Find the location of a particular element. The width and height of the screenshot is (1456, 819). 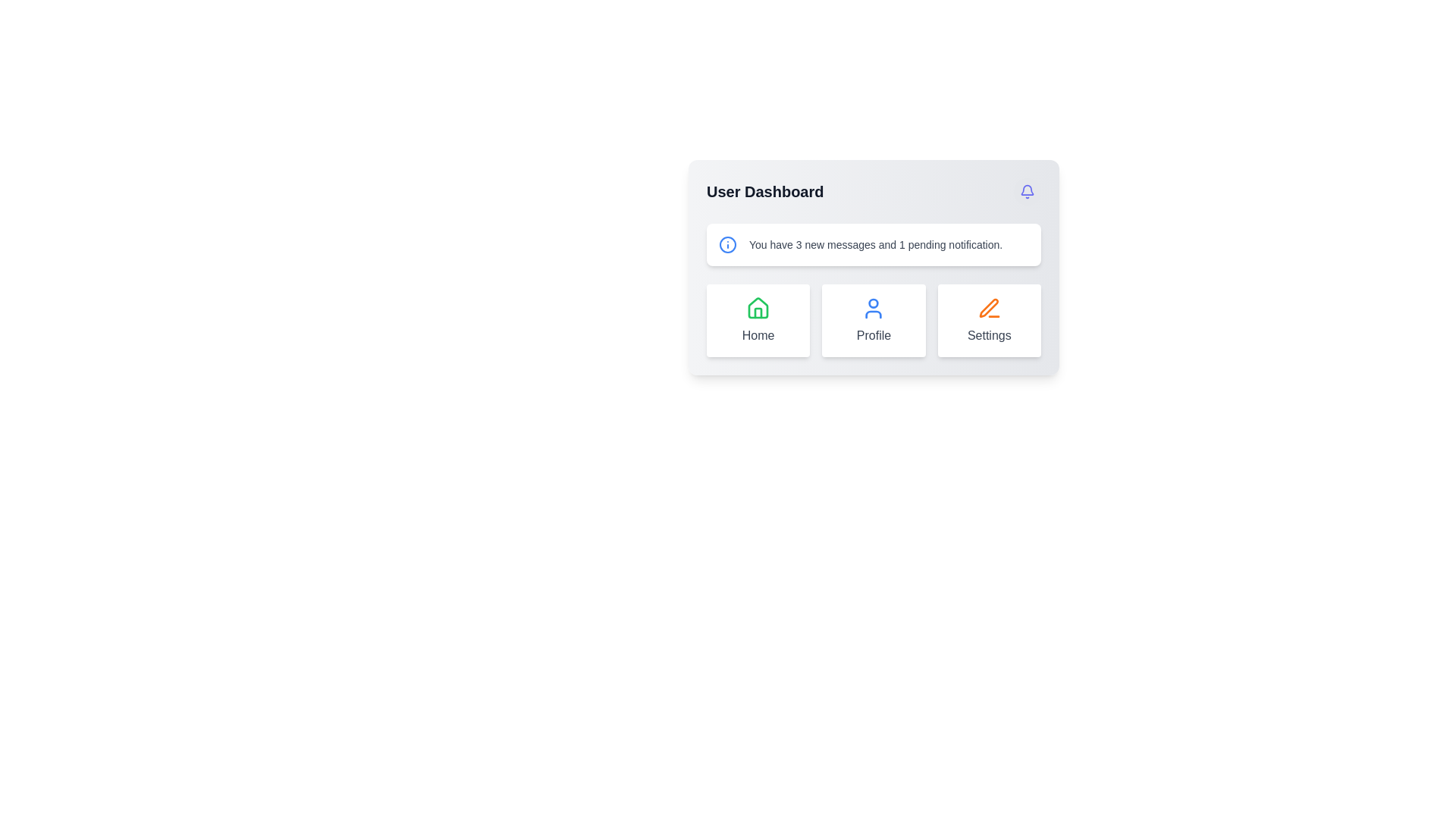

the Card element that represents user profile information or settings, positioned in the center slot of a three-column grid layout is located at coordinates (874, 320).